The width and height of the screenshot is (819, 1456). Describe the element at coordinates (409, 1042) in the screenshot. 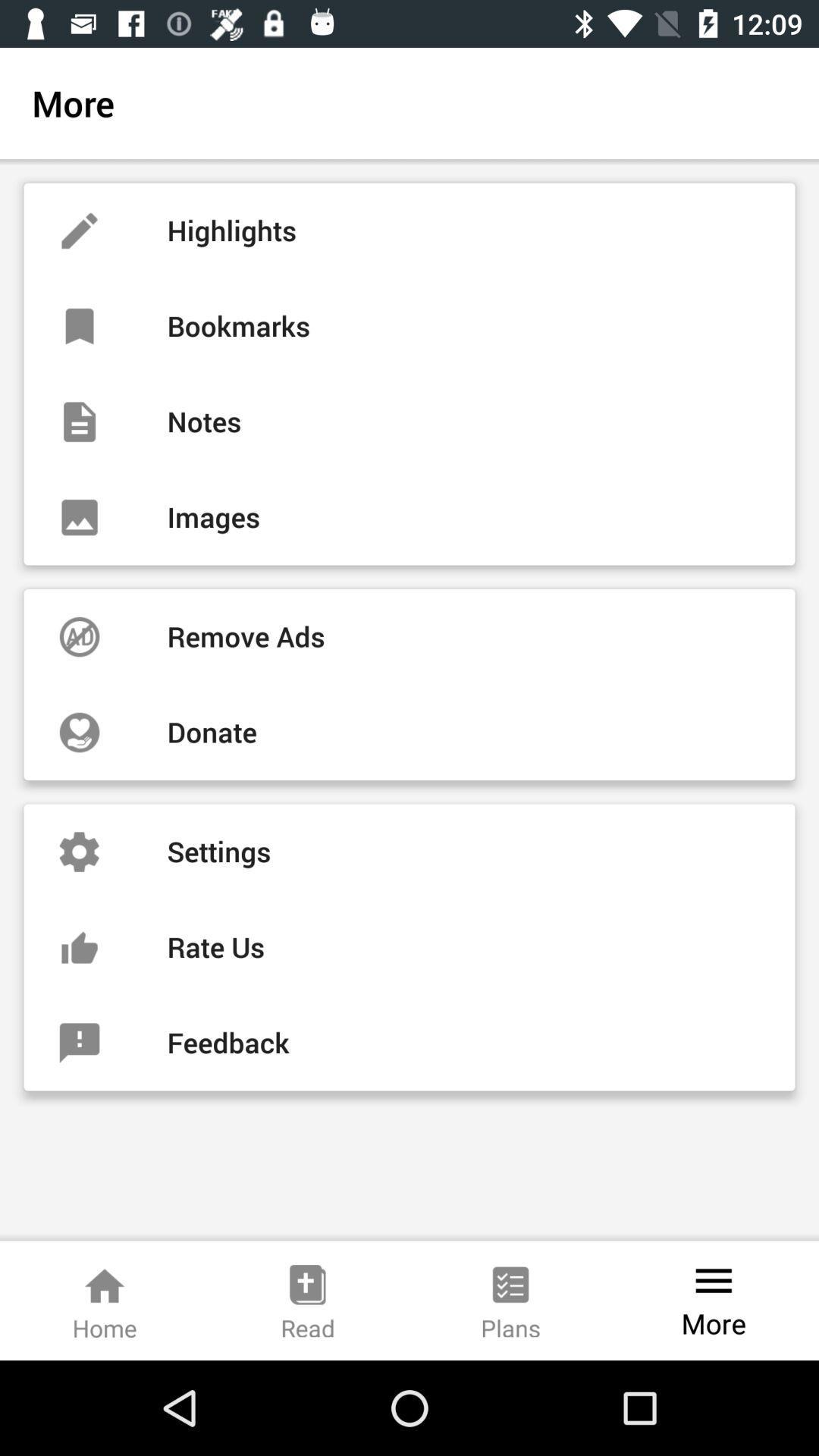

I see `feedback` at that location.